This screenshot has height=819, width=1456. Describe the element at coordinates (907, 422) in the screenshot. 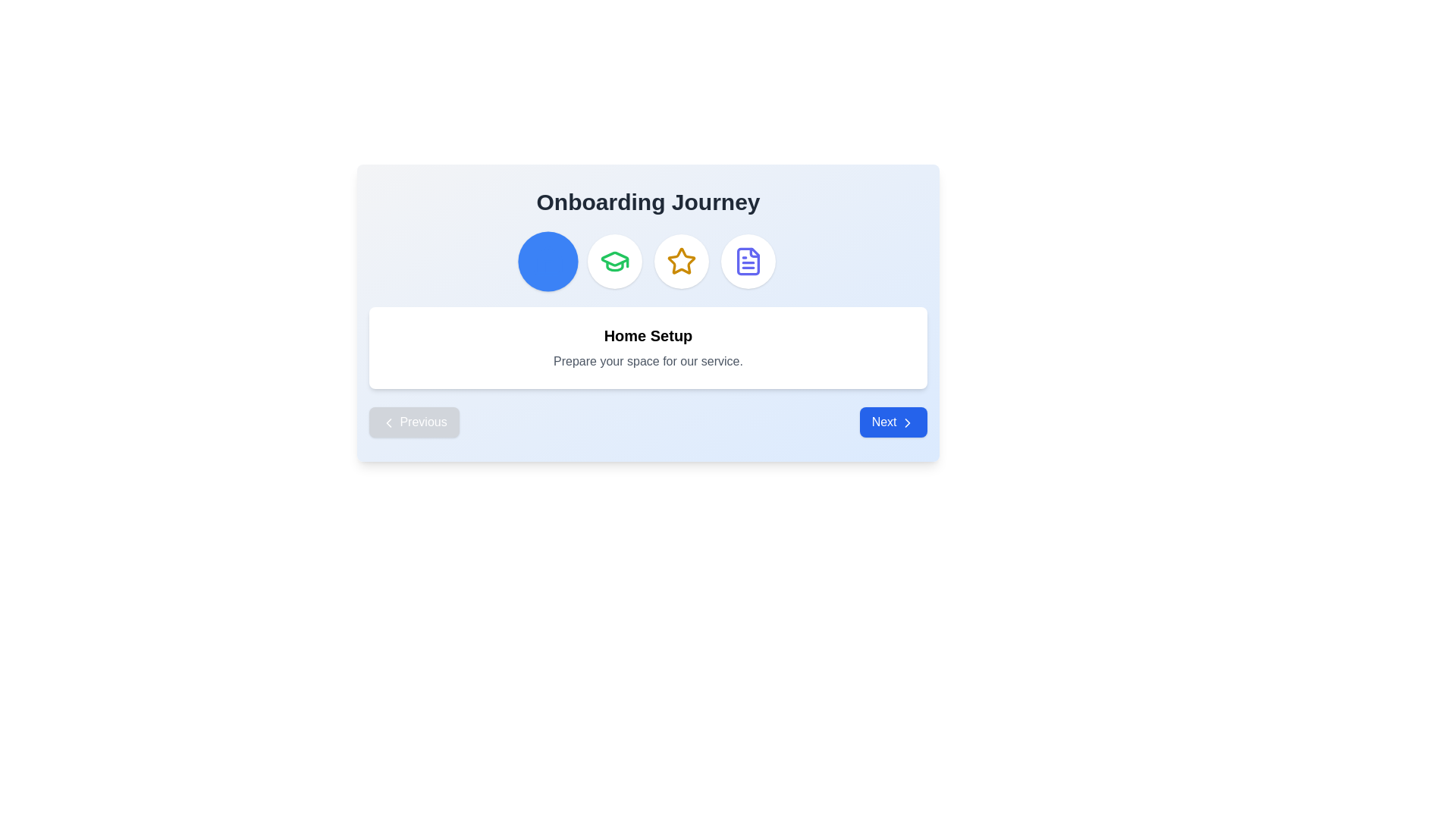

I see `the right-pointing chevron icon located within the blue 'Next' button at the bottom-right corner of the interface` at that location.